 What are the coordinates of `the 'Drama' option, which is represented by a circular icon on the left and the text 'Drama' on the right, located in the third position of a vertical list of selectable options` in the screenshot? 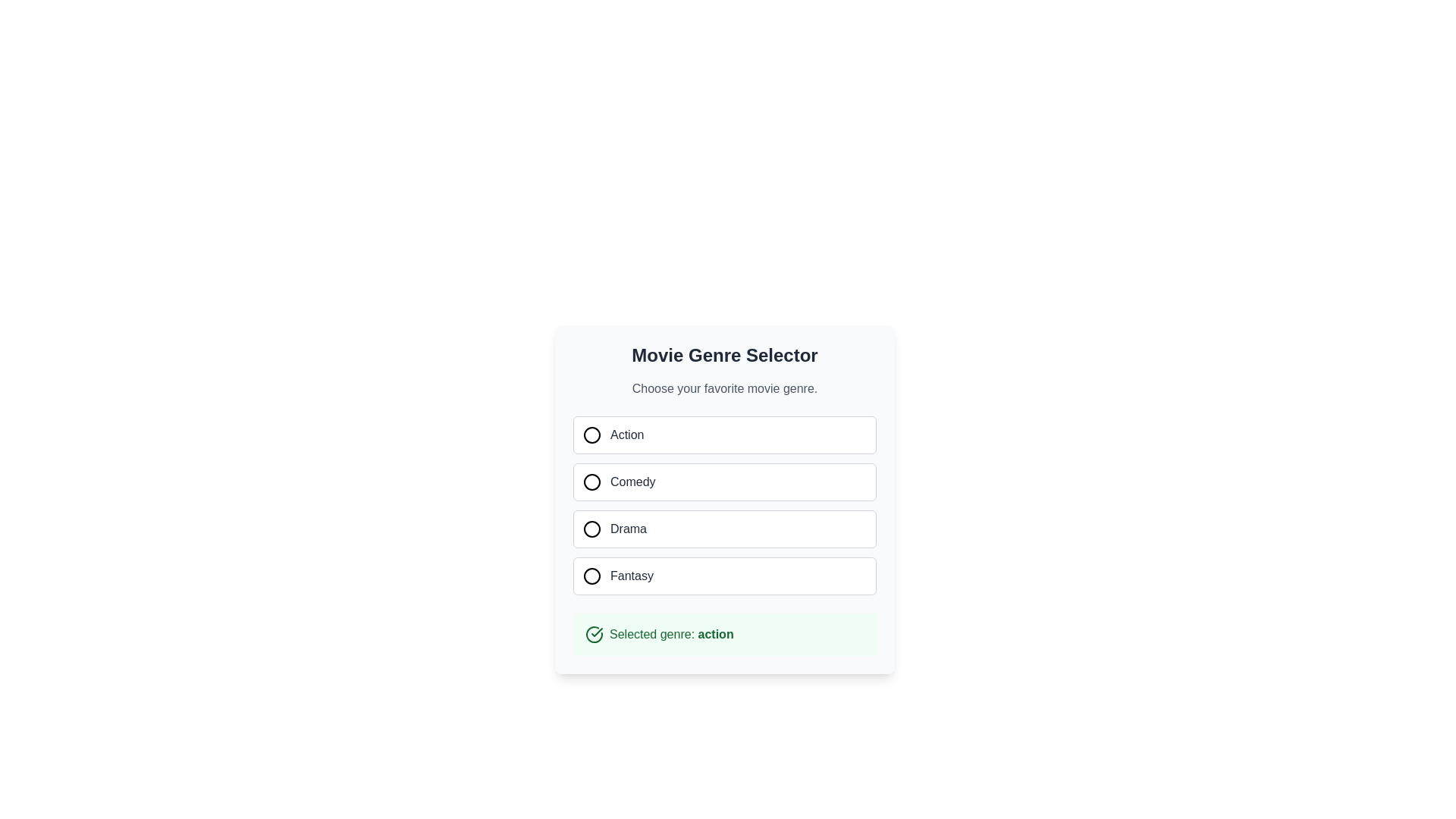 It's located at (615, 529).